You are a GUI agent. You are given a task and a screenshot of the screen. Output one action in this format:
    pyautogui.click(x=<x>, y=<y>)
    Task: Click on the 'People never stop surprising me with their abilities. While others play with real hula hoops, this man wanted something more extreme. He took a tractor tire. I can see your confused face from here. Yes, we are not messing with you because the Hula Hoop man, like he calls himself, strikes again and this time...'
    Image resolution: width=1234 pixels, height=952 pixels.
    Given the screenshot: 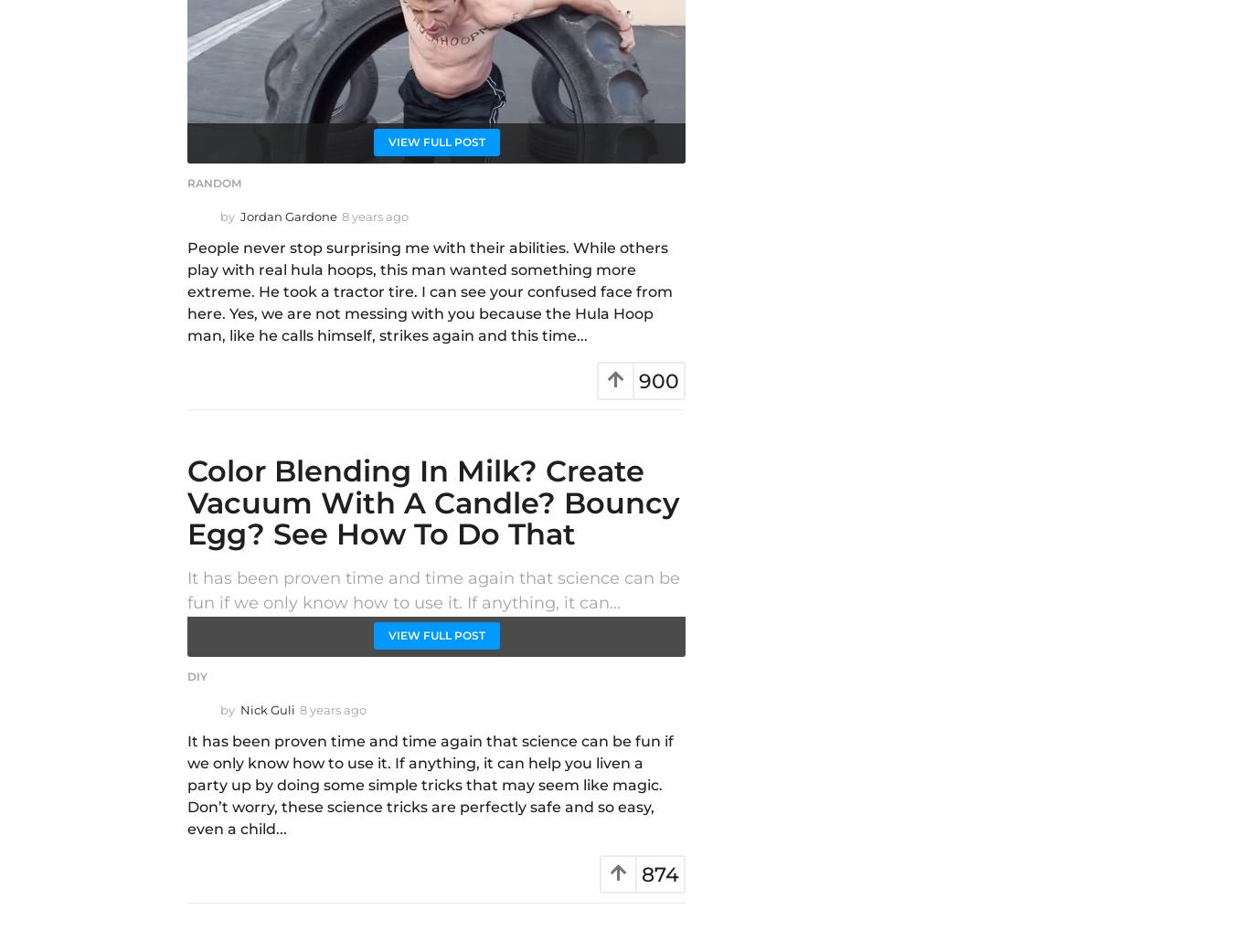 What is the action you would take?
    pyautogui.click(x=429, y=291)
    